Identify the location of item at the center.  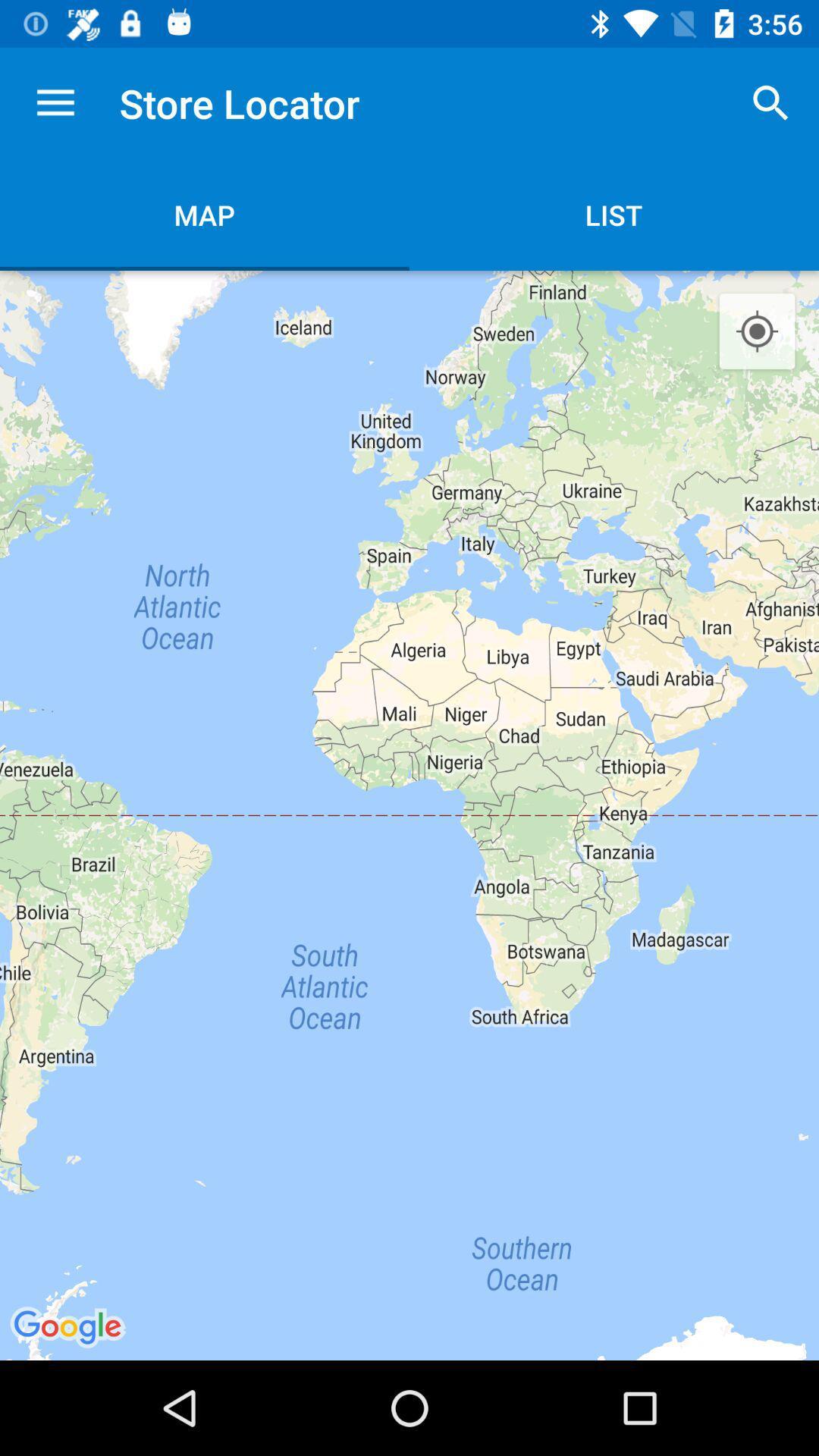
(409, 814).